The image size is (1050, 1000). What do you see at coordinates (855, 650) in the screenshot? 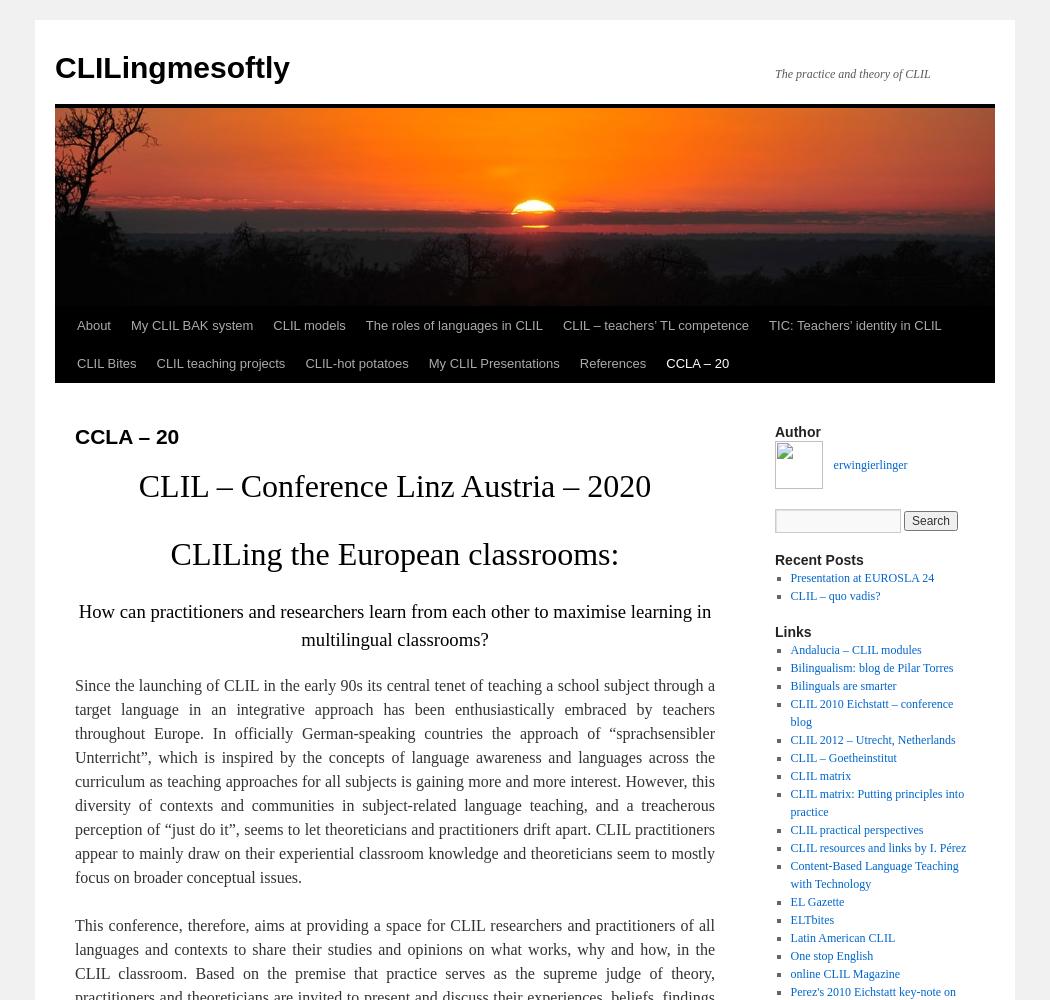
I see `'Andalucia – CLIL modules'` at bounding box center [855, 650].